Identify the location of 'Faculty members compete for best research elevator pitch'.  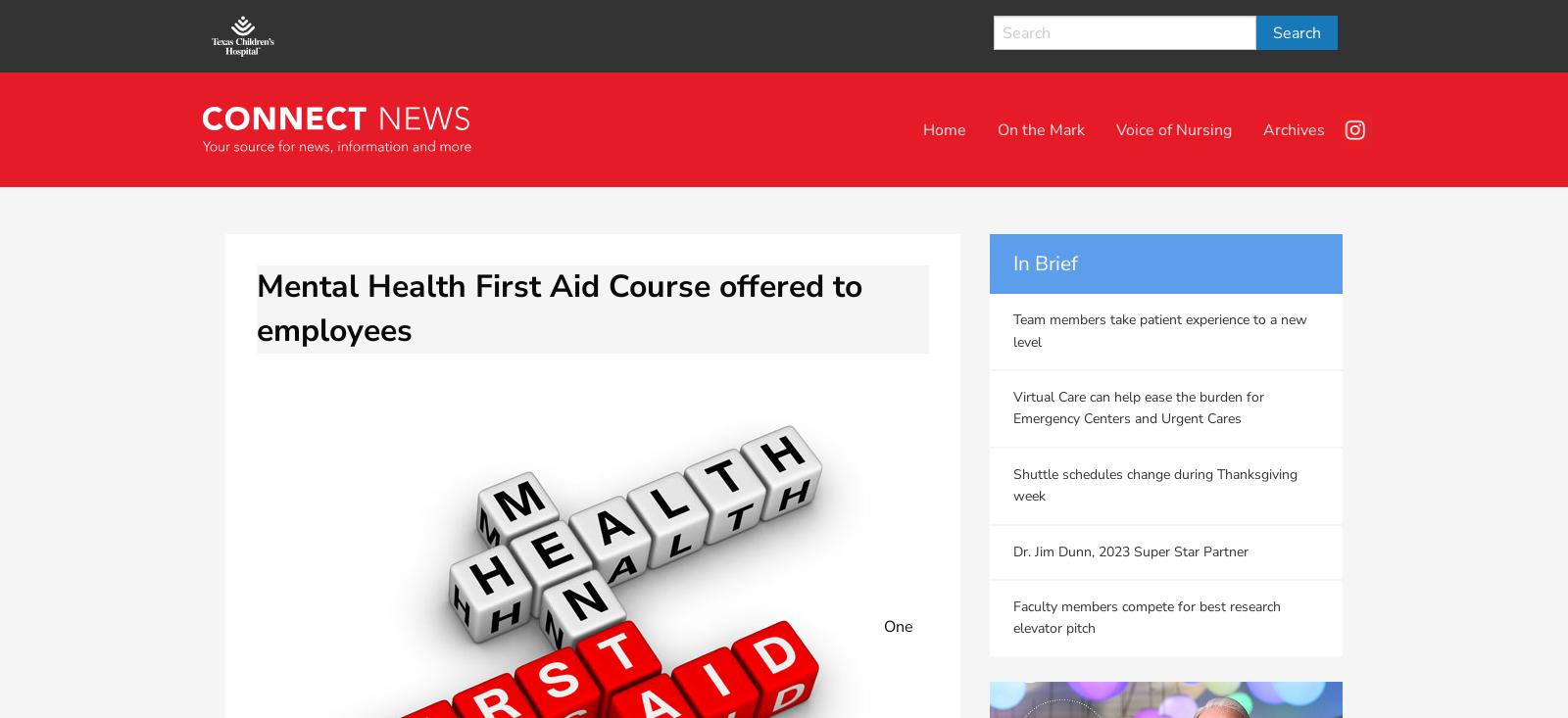
(1147, 616).